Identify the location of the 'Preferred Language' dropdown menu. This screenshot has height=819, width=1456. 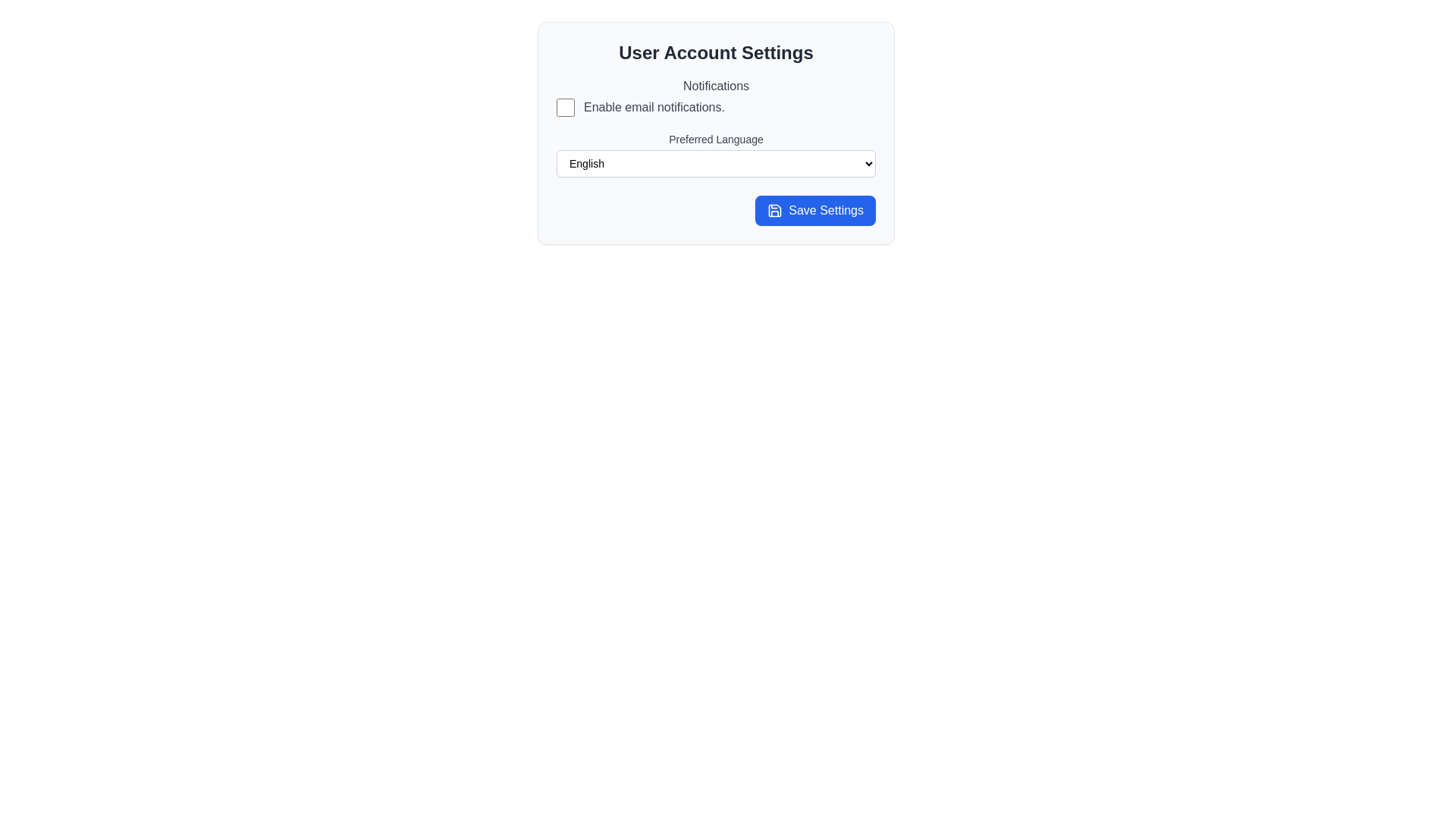
(715, 155).